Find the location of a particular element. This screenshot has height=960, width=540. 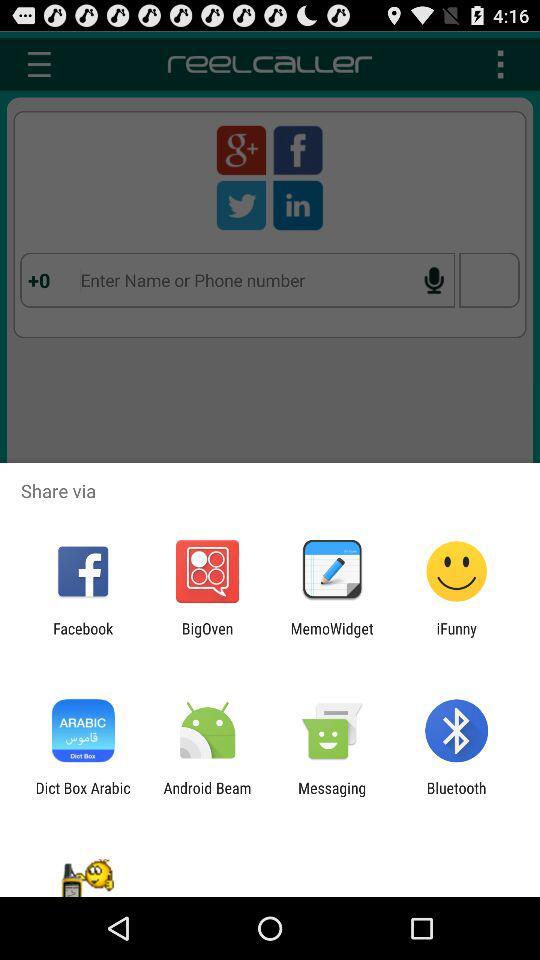

the icon next to the messaging app is located at coordinates (456, 796).